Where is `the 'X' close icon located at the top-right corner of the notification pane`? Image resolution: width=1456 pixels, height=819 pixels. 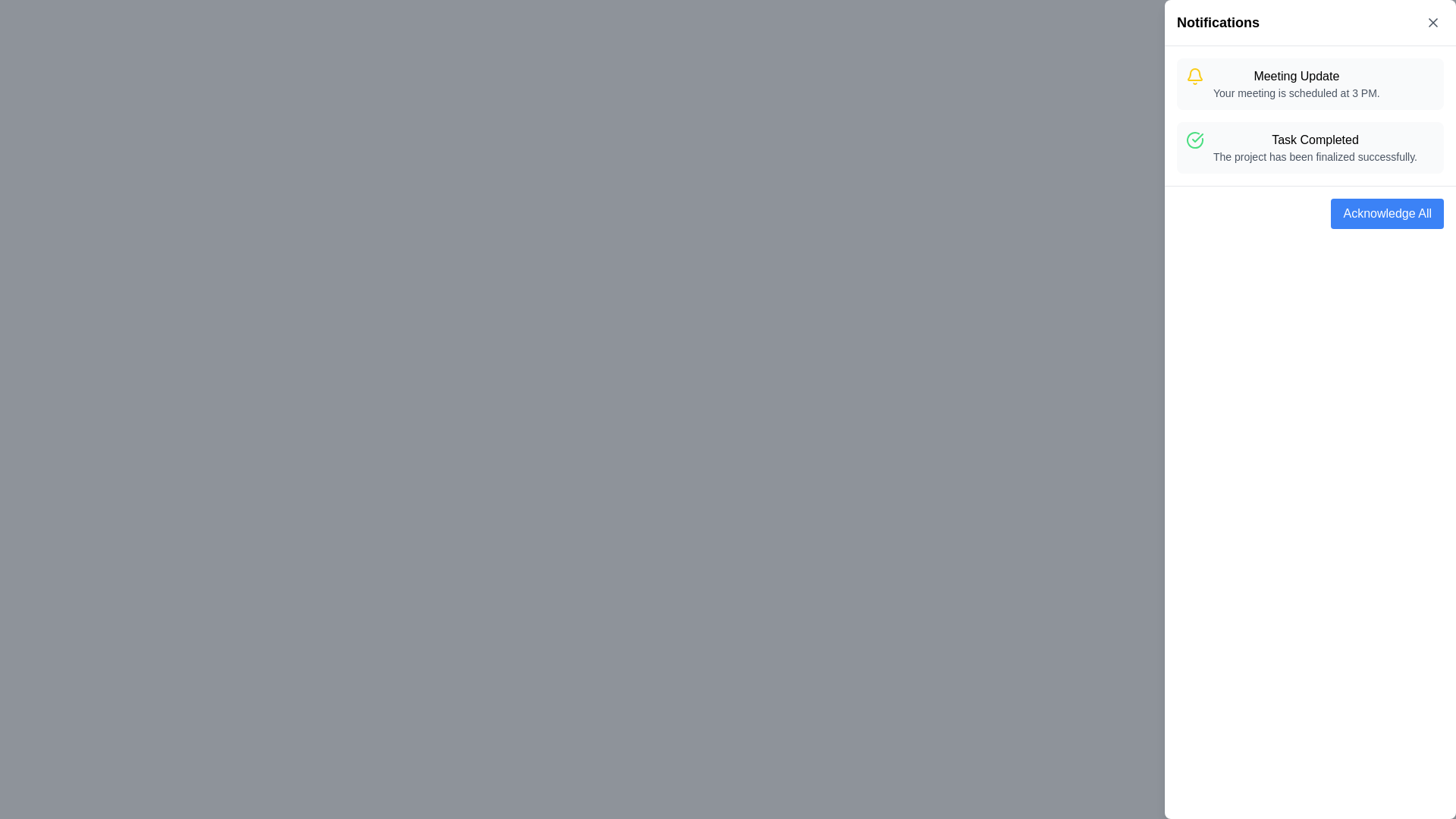
the 'X' close icon located at the top-right corner of the notification pane is located at coordinates (1432, 23).